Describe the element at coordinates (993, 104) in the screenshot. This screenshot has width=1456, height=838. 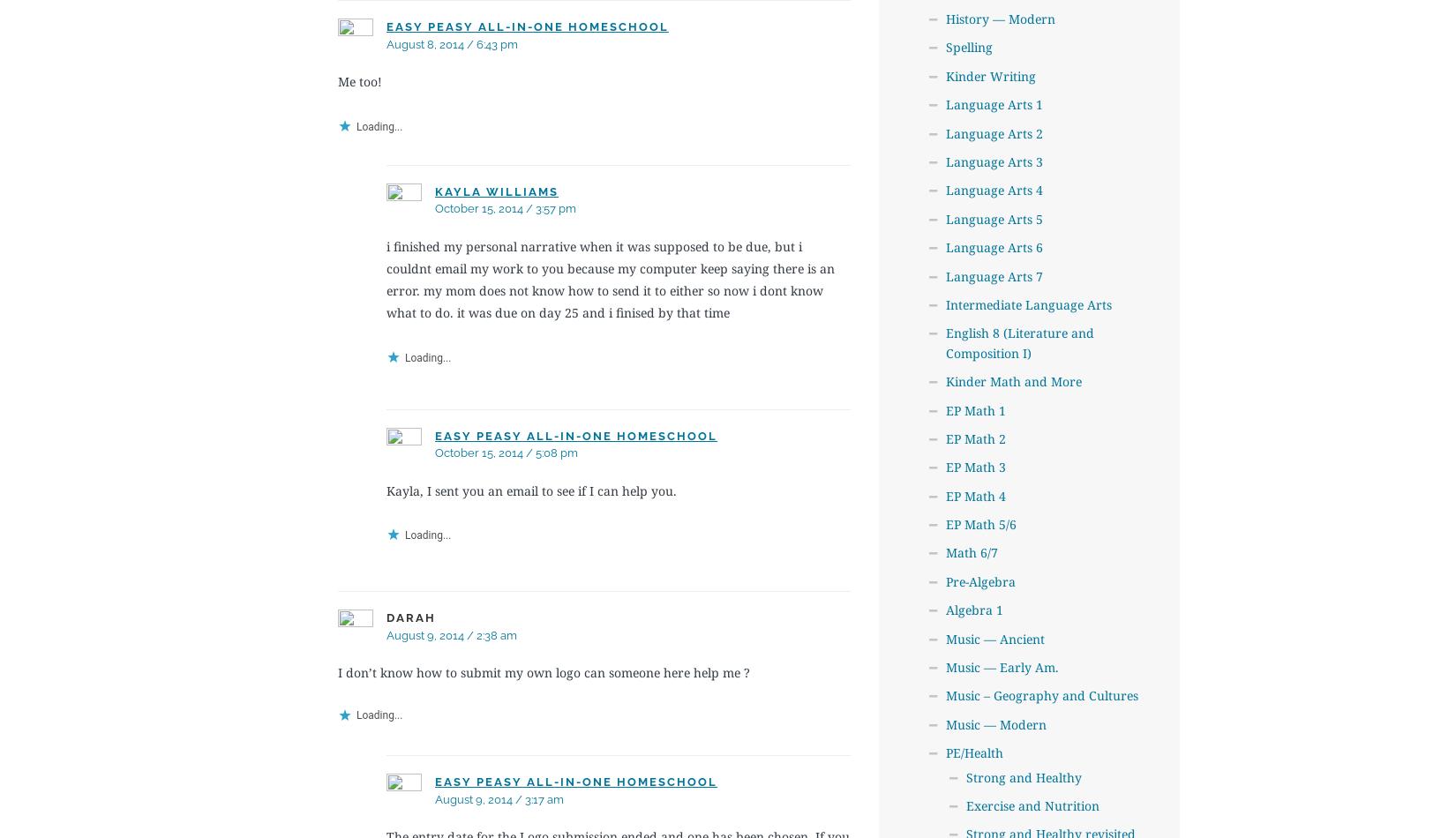
I see `'Language Arts 1'` at that location.